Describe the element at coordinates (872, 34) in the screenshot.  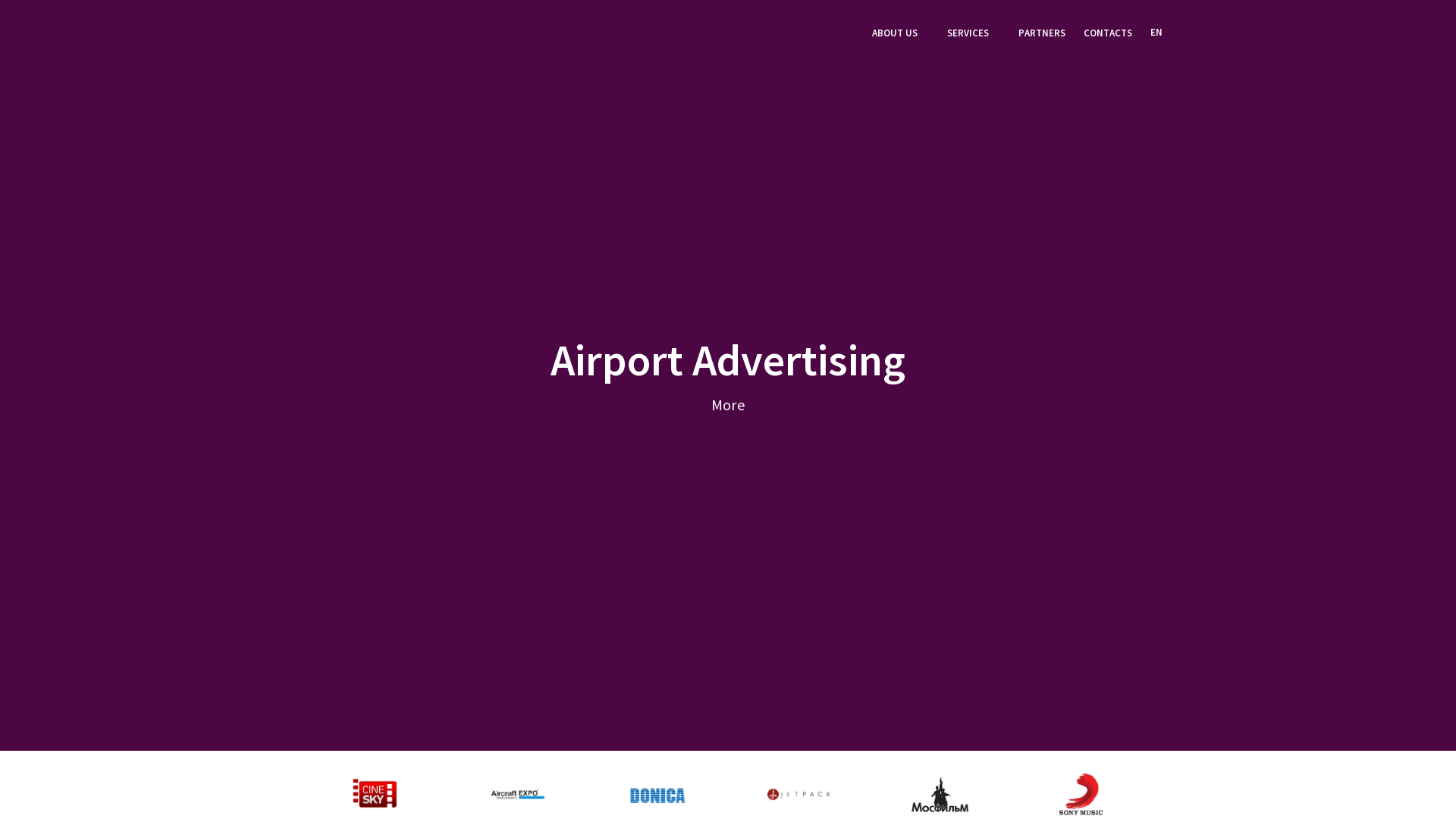
I see `'ABOUT US'` at that location.